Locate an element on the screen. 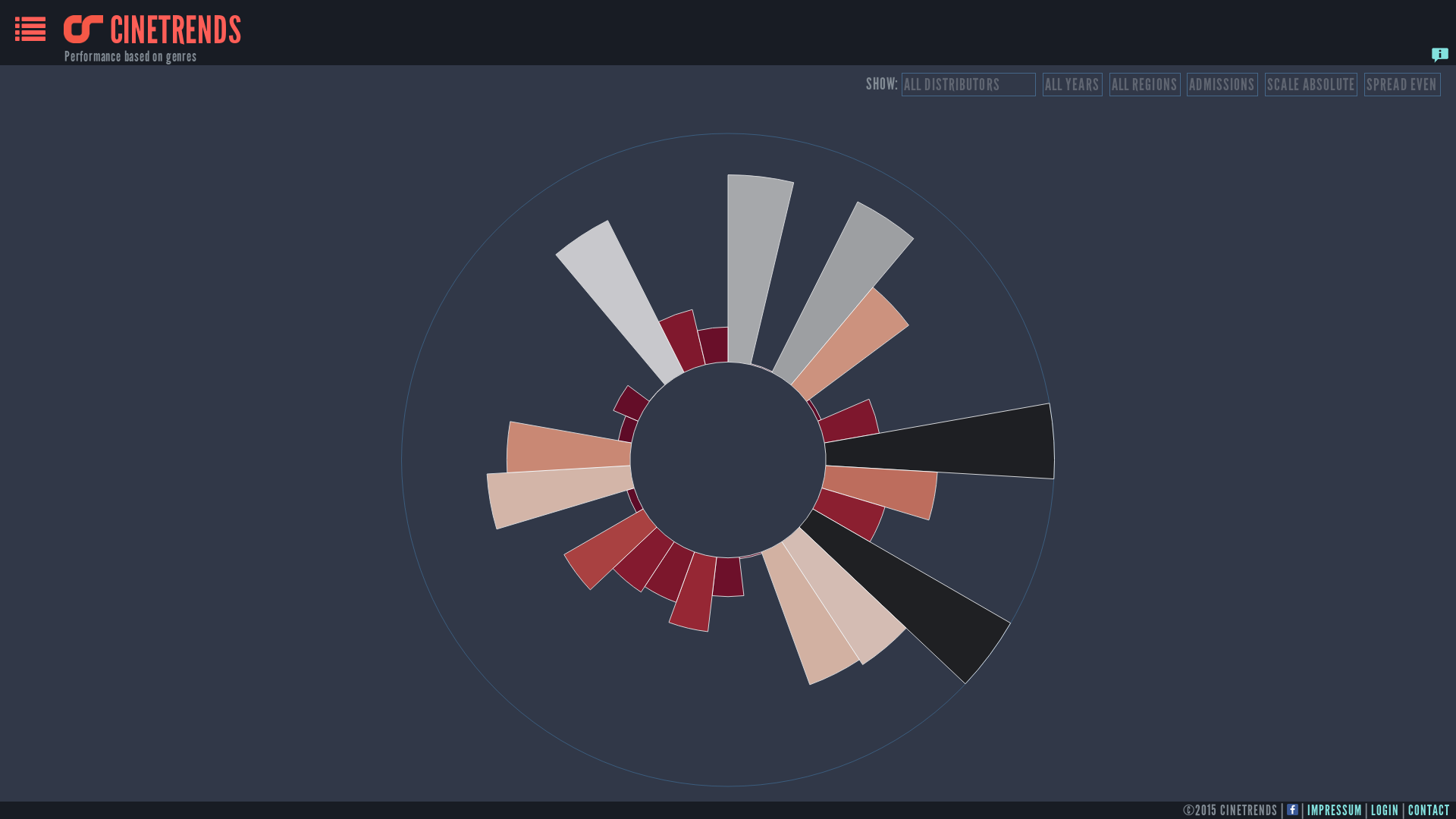 The height and width of the screenshot is (819, 1456). 'CINETRENDS' is located at coordinates (152, 30).